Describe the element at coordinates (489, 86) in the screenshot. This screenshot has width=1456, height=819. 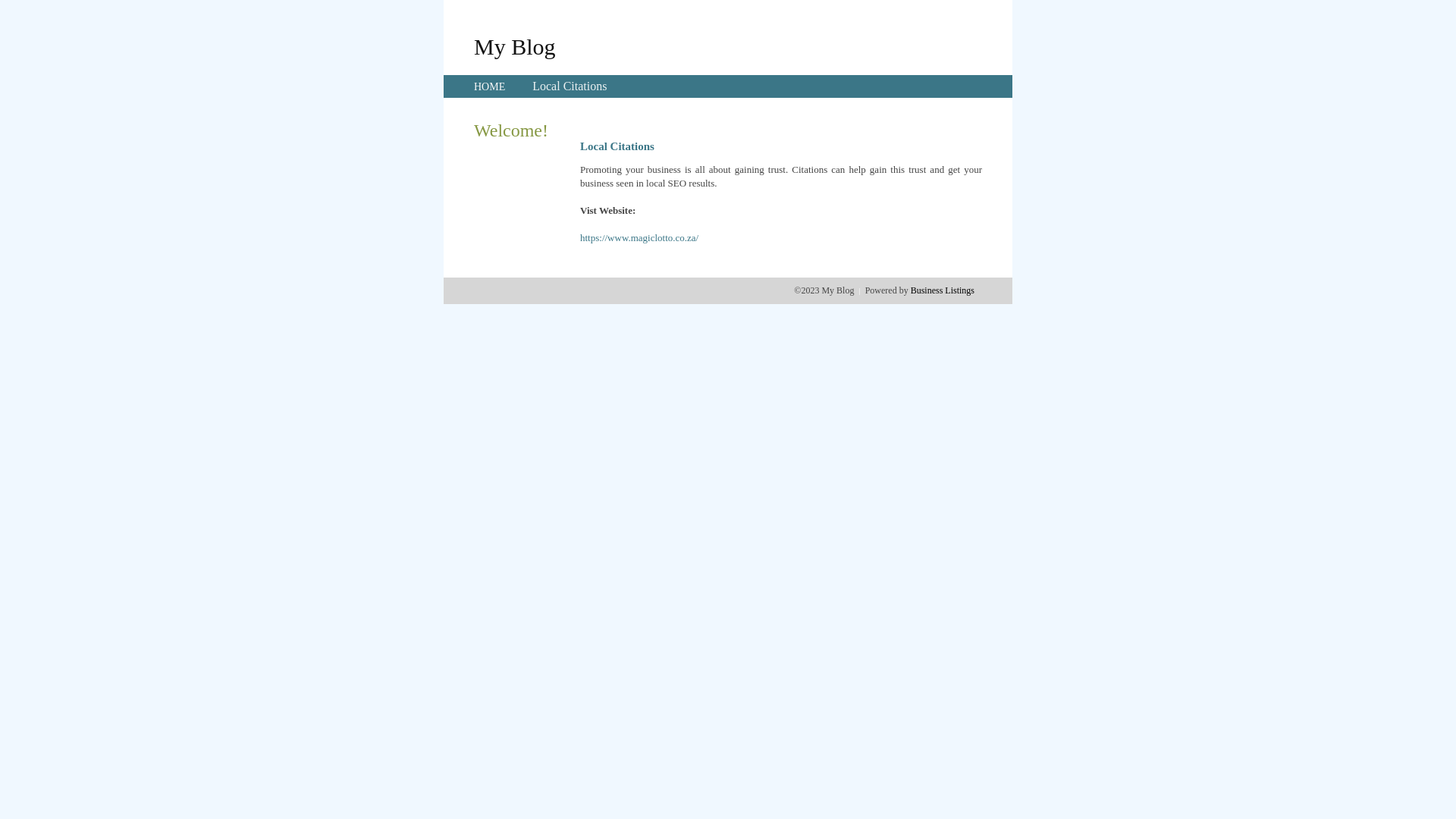
I see `'HOME'` at that location.